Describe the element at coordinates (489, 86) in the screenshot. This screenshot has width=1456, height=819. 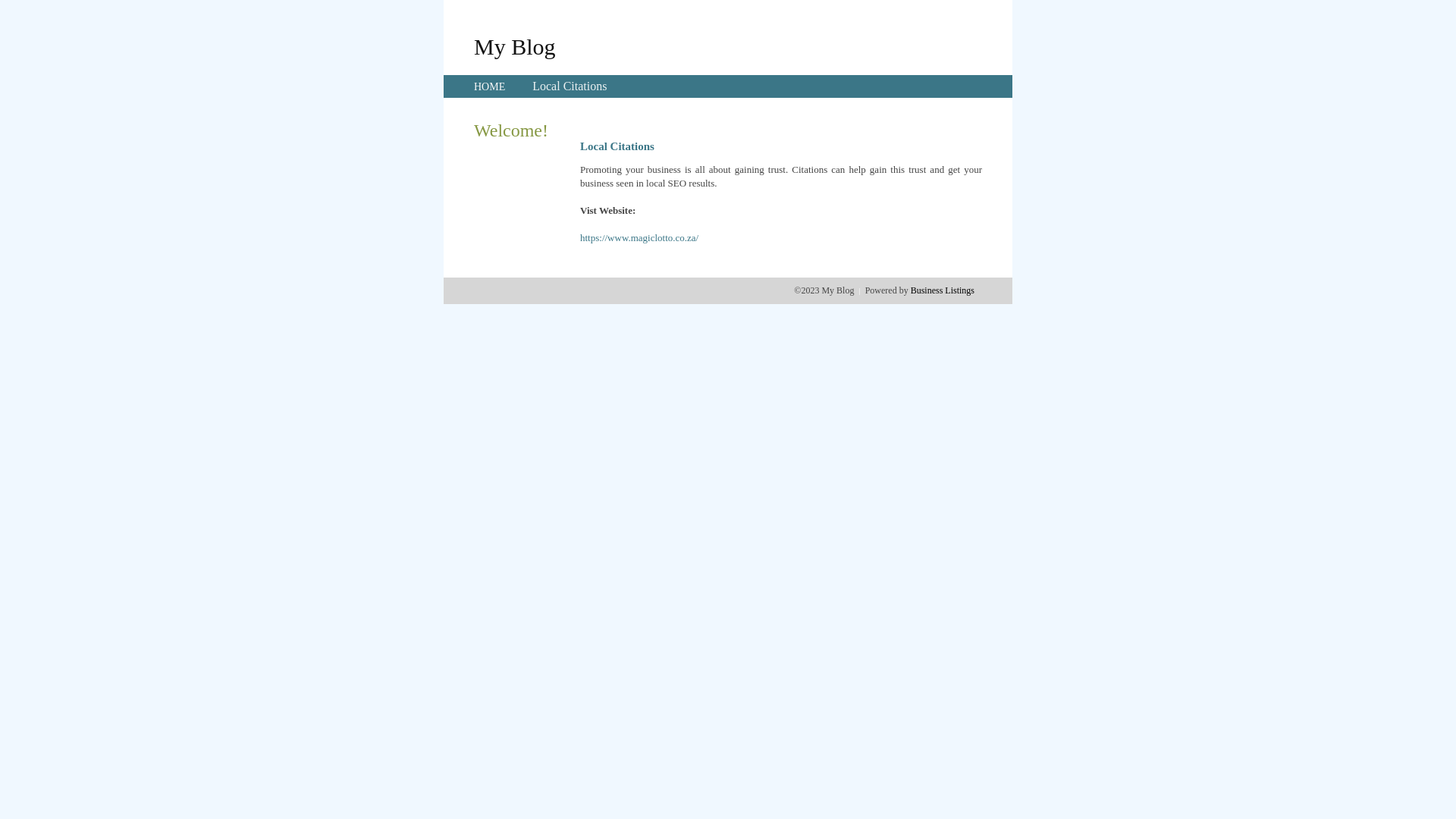
I see `'HOME'` at that location.